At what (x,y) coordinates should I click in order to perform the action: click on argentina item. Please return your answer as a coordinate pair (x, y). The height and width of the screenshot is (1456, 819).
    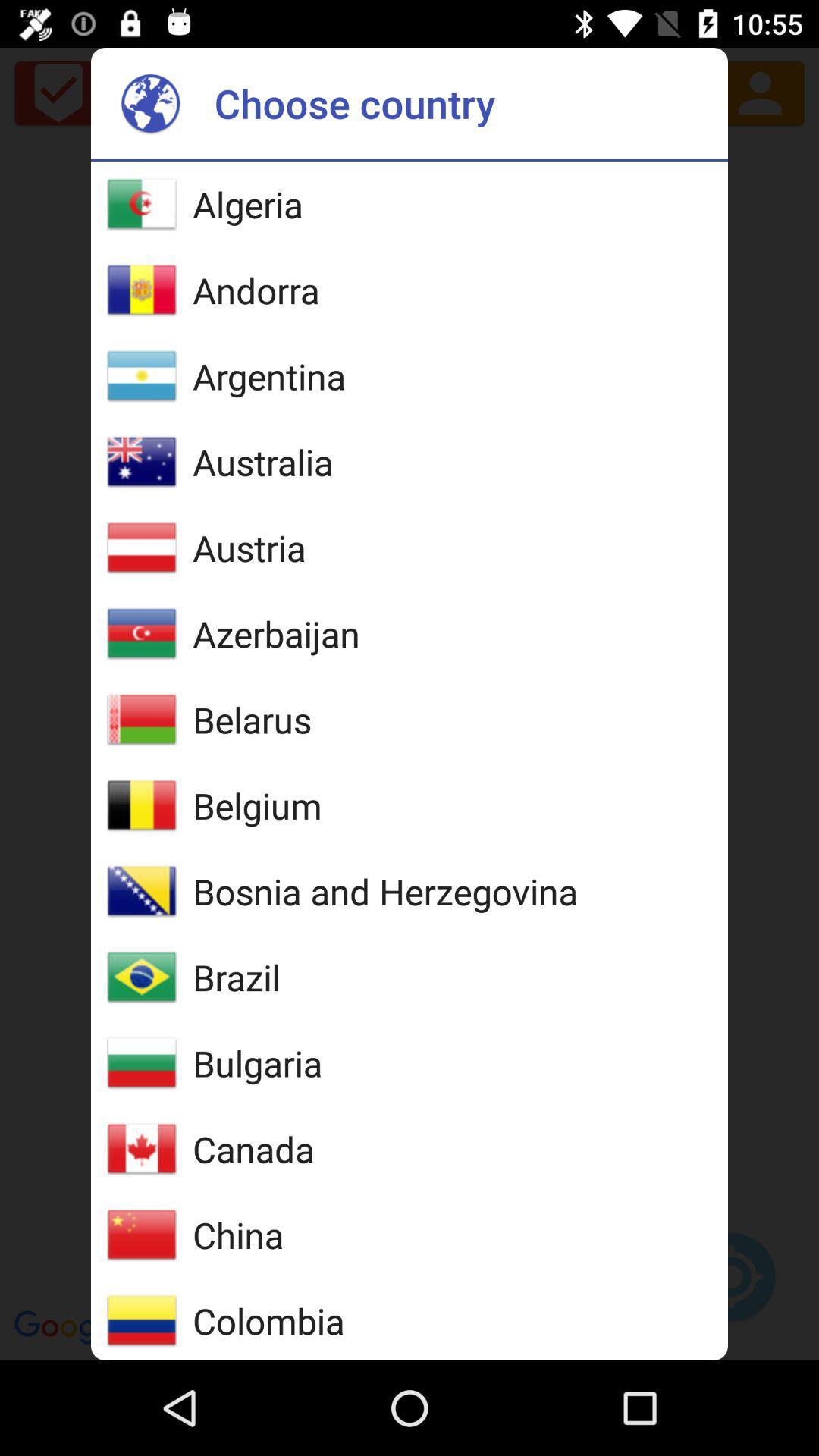
    Looking at the image, I should click on (268, 376).